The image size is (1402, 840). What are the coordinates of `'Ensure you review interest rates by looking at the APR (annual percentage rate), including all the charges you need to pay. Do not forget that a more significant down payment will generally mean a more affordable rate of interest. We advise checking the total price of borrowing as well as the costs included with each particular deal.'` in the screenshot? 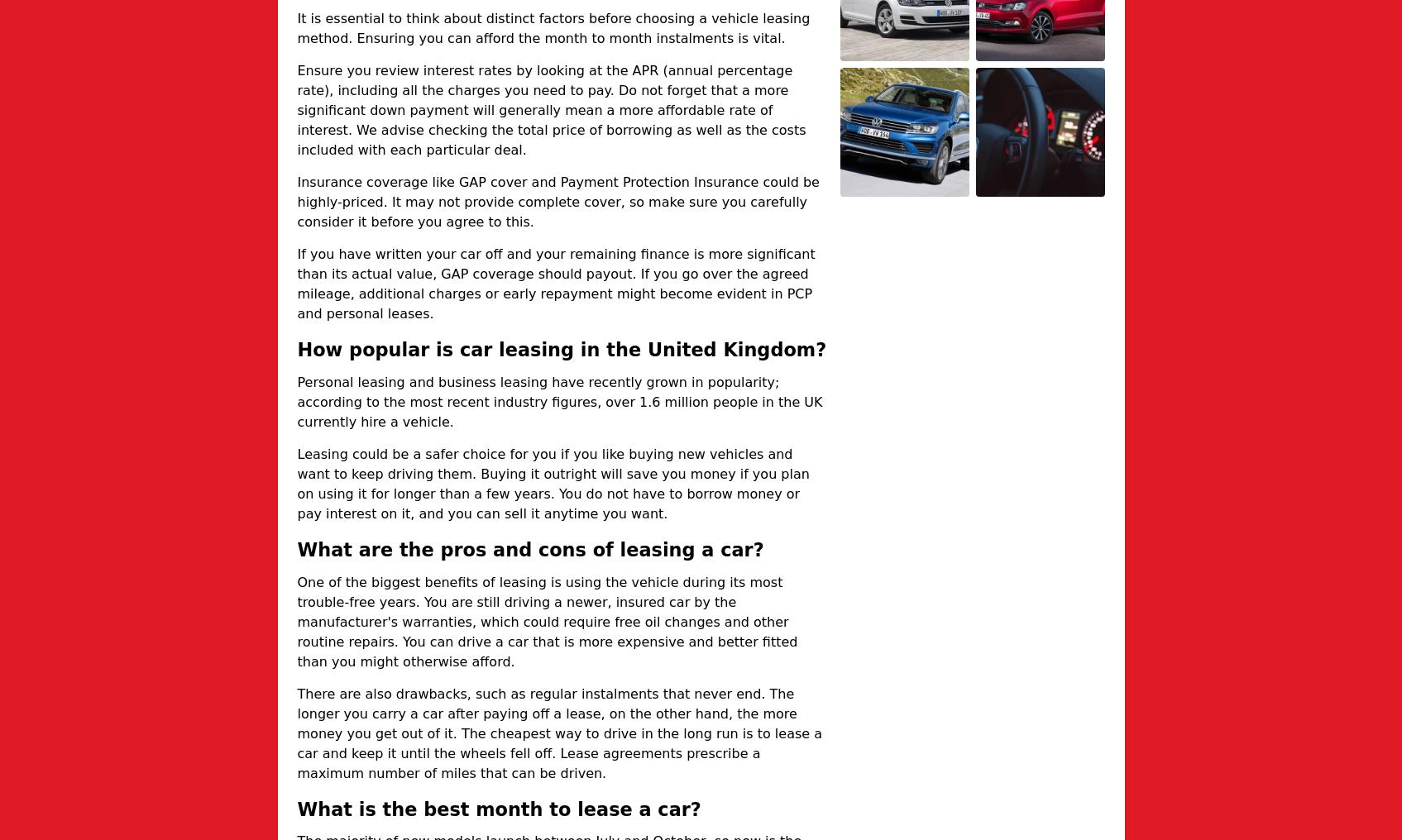 It's located at (551, 109).